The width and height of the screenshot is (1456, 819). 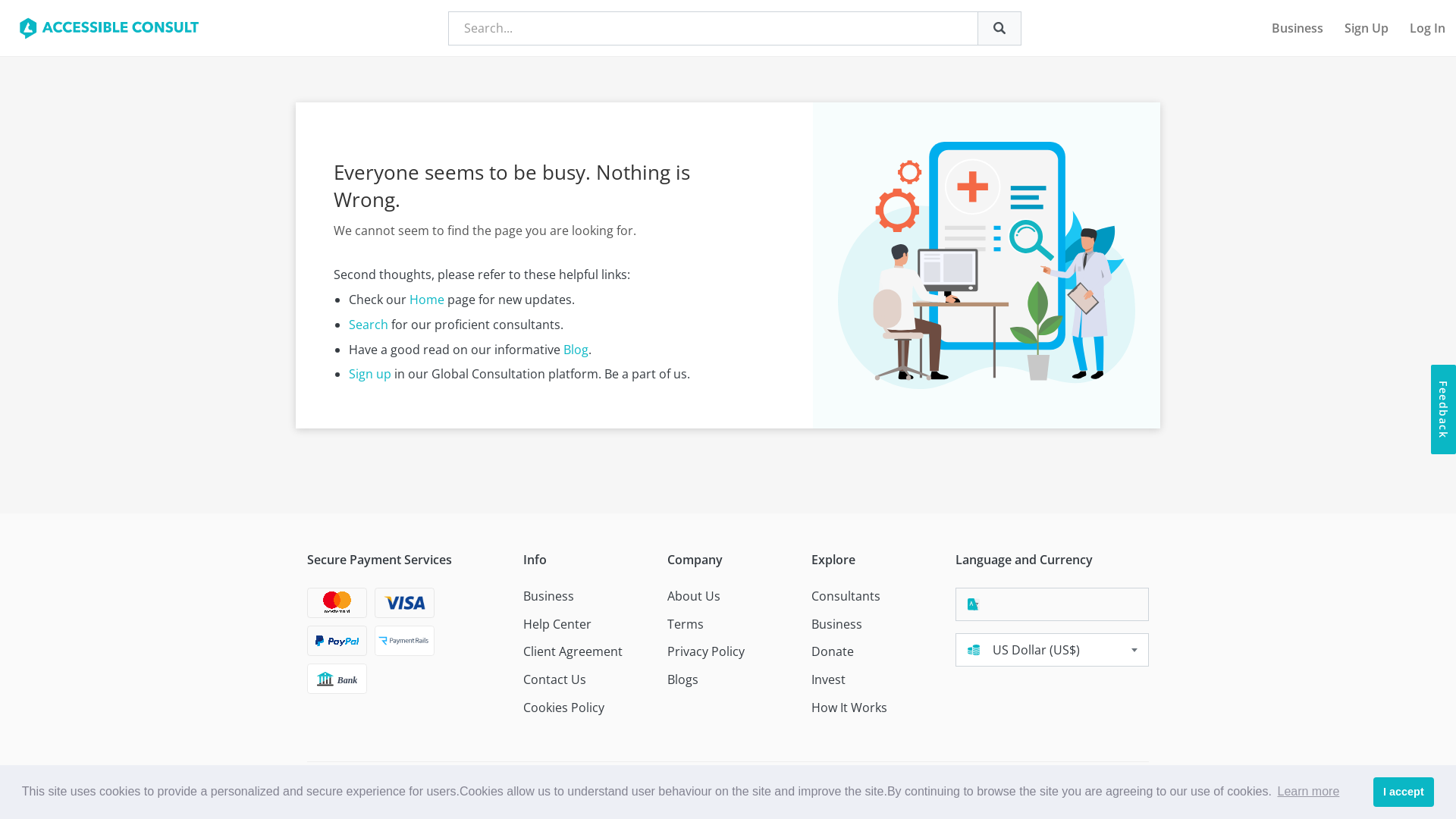 I want to click on 'About Us', so click(x=693, y=595).